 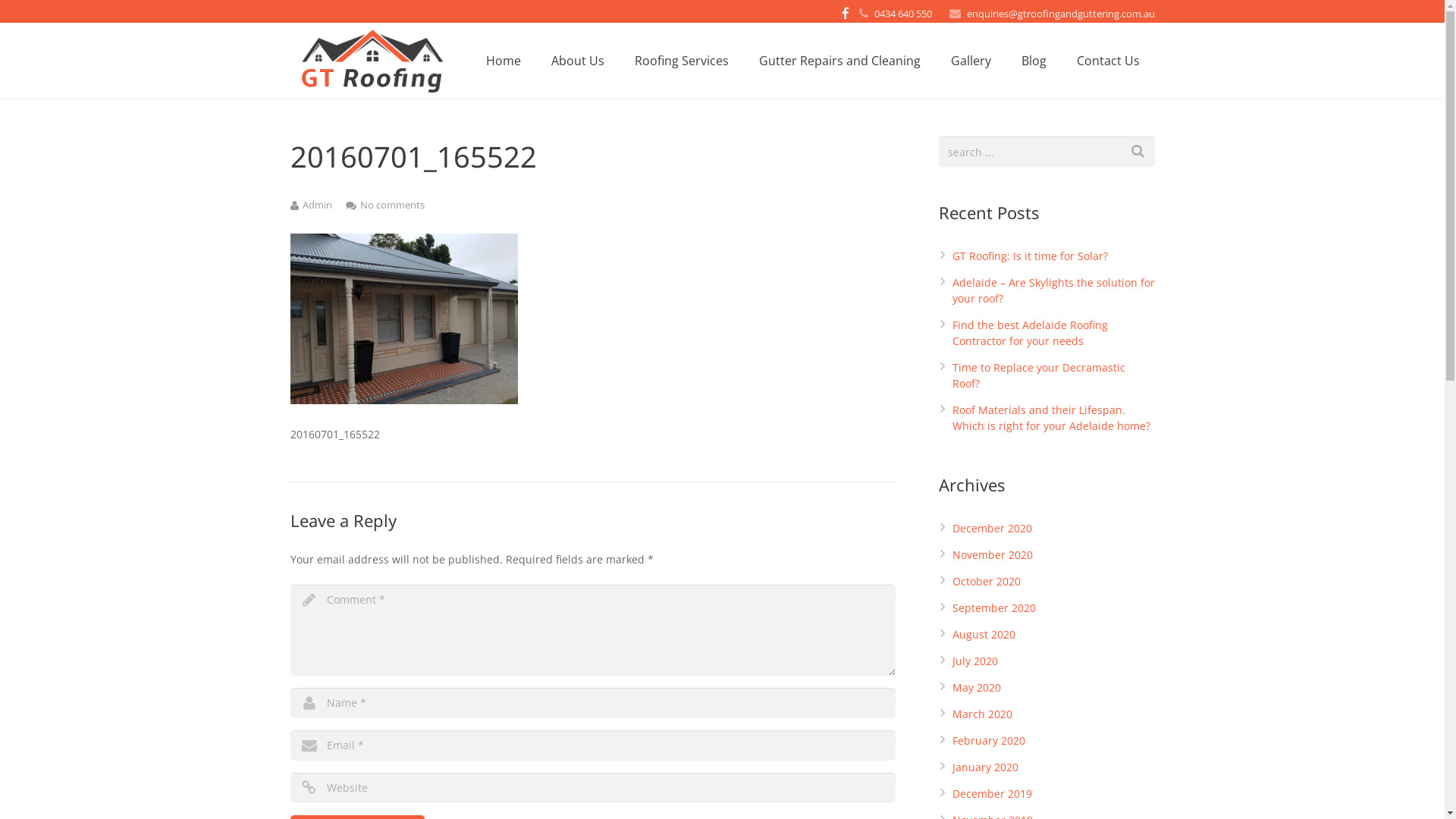 What do you see at coordinates (985, 767) in the screenshot?
I see `'January 2020'` at bounding box center [985, 767].